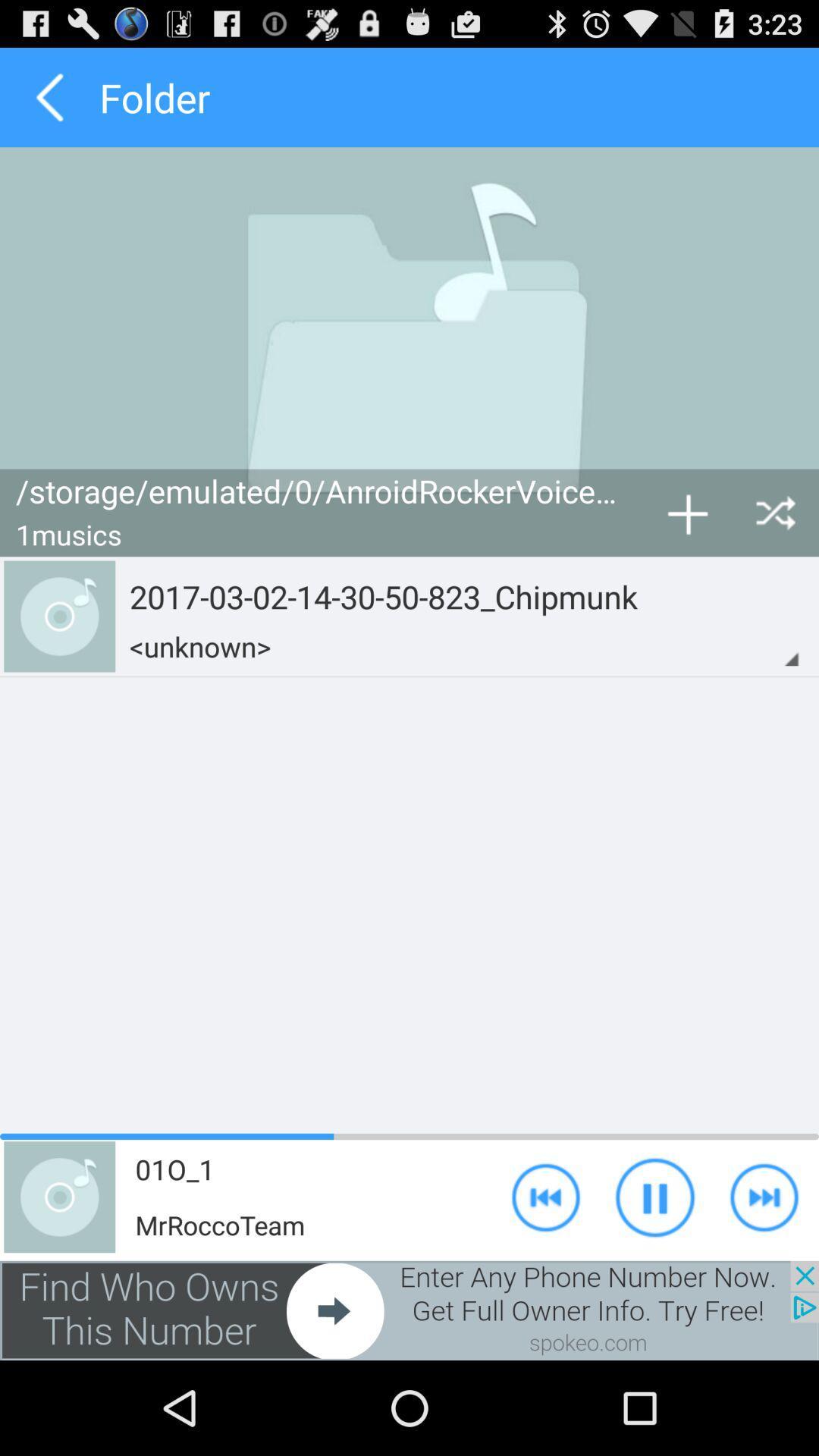 The width and height of the screenshot is (819, 1456). What do you see at coordinates (654, 1197) in the screenshot?
I see `the play icon button` at bounding box center [654, 1197].